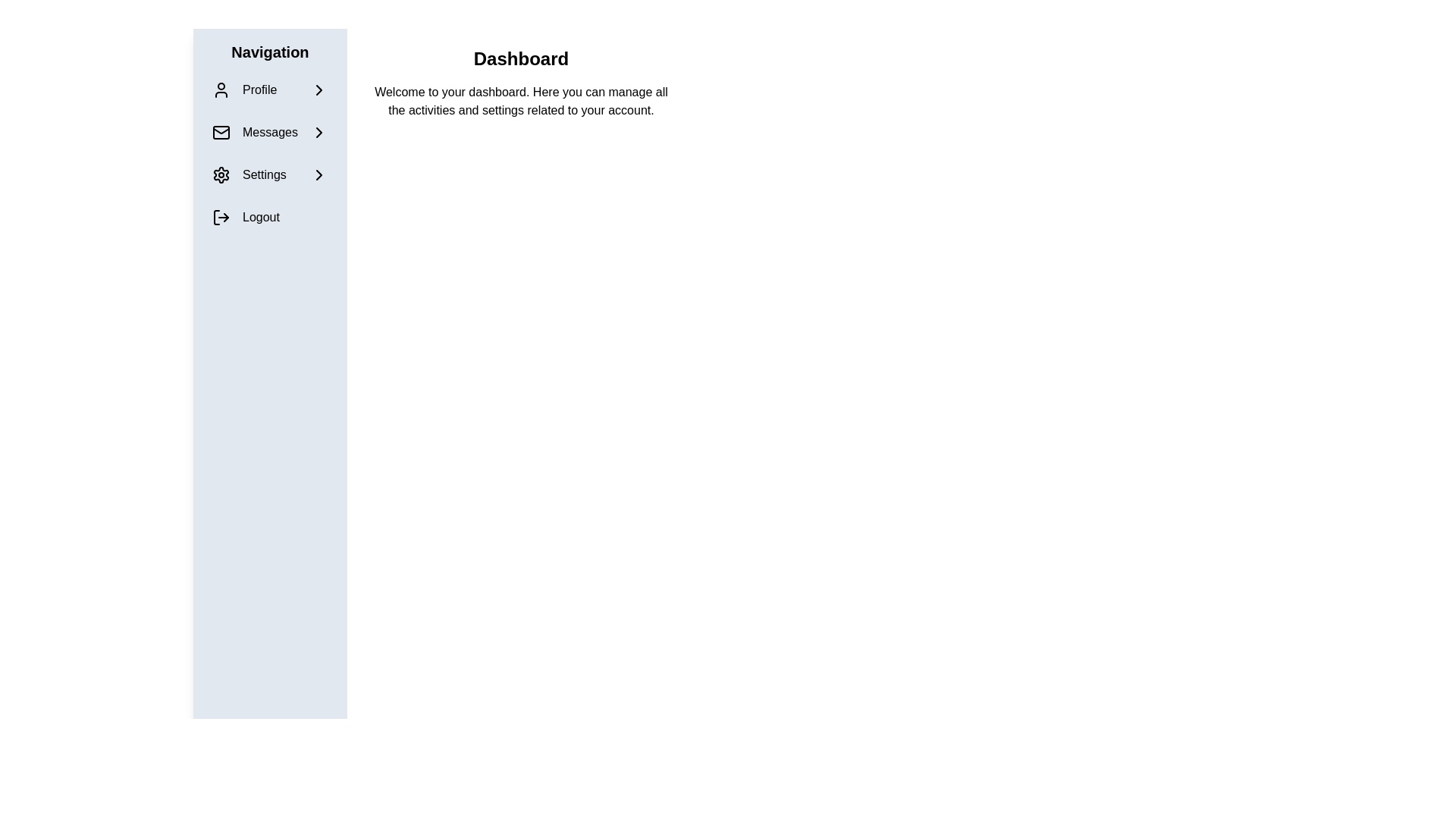 Image resolution: width=1456 pixels, height=819 pixels. What do you see at coordinates (521, 58) in the screenshot?
I see `the large, bold 'Dashboard' heading text` at bounding box center [521, 58].